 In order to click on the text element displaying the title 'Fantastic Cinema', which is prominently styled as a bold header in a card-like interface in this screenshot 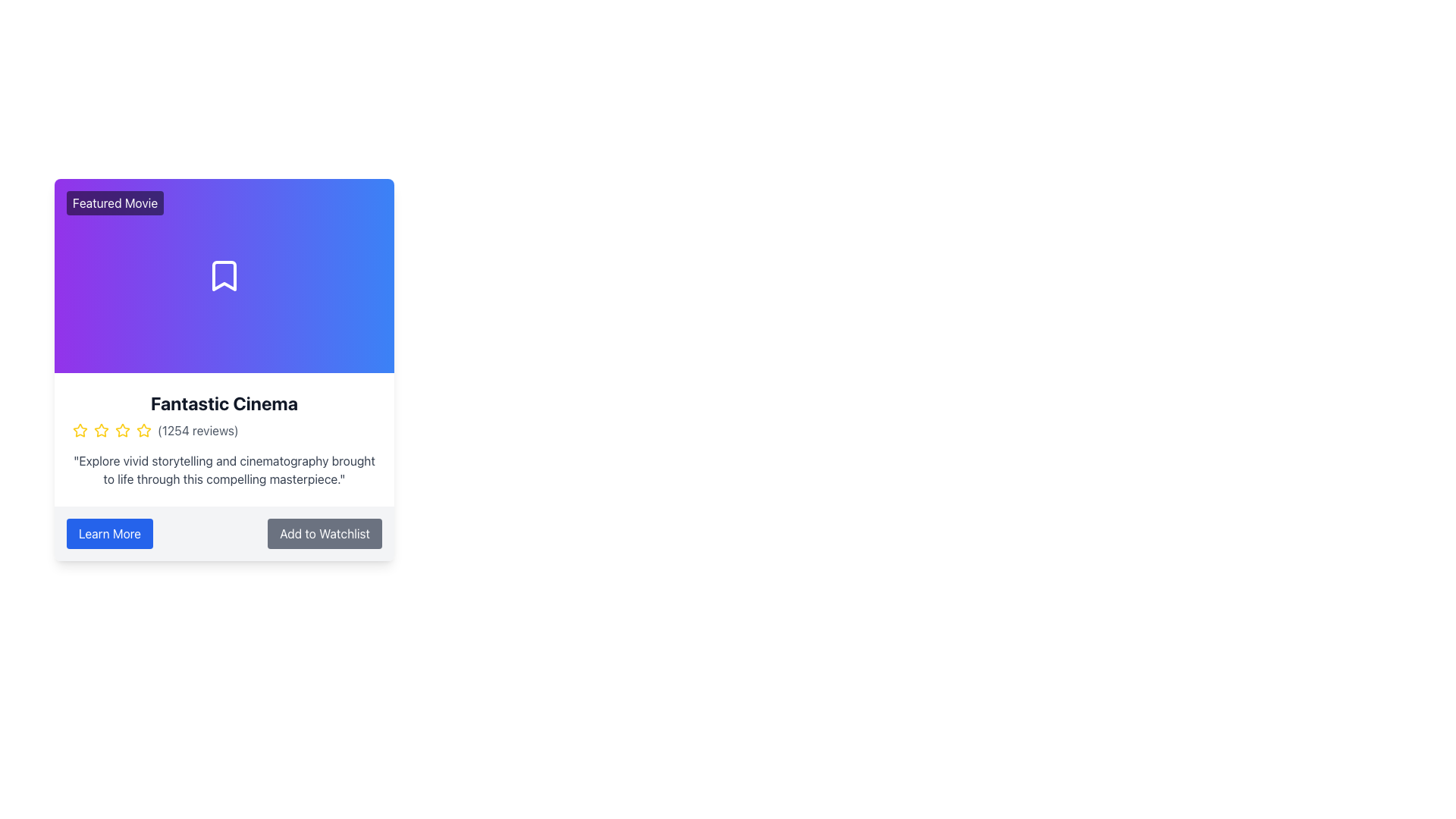, I will do `click(224, 403)`.